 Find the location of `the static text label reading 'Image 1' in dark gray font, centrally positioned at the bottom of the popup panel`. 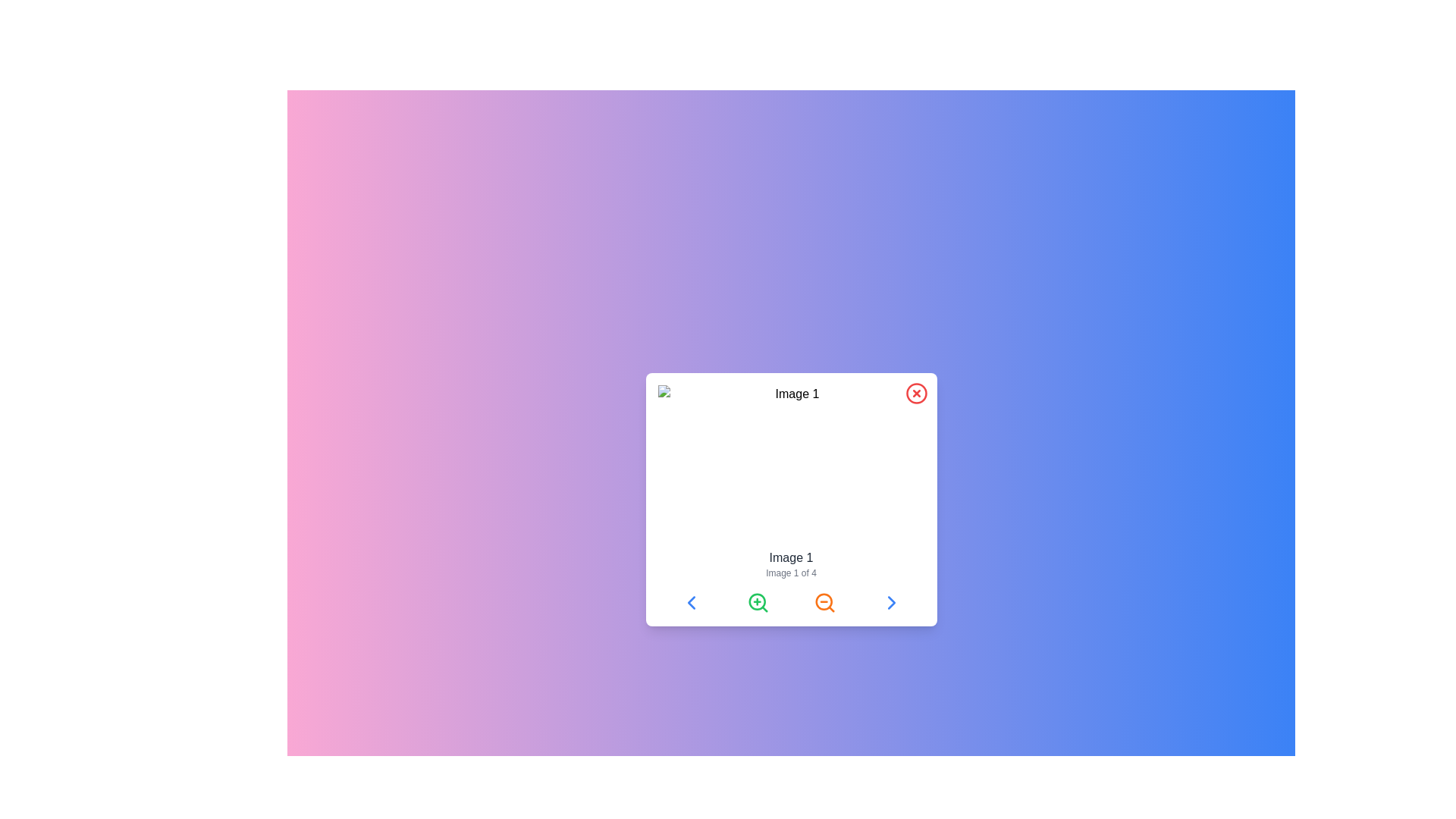

the static text label reading 'Image 1' in dark gray font, centrally positioned at the bottom of the popup panel is located at coordinates (790, 558).